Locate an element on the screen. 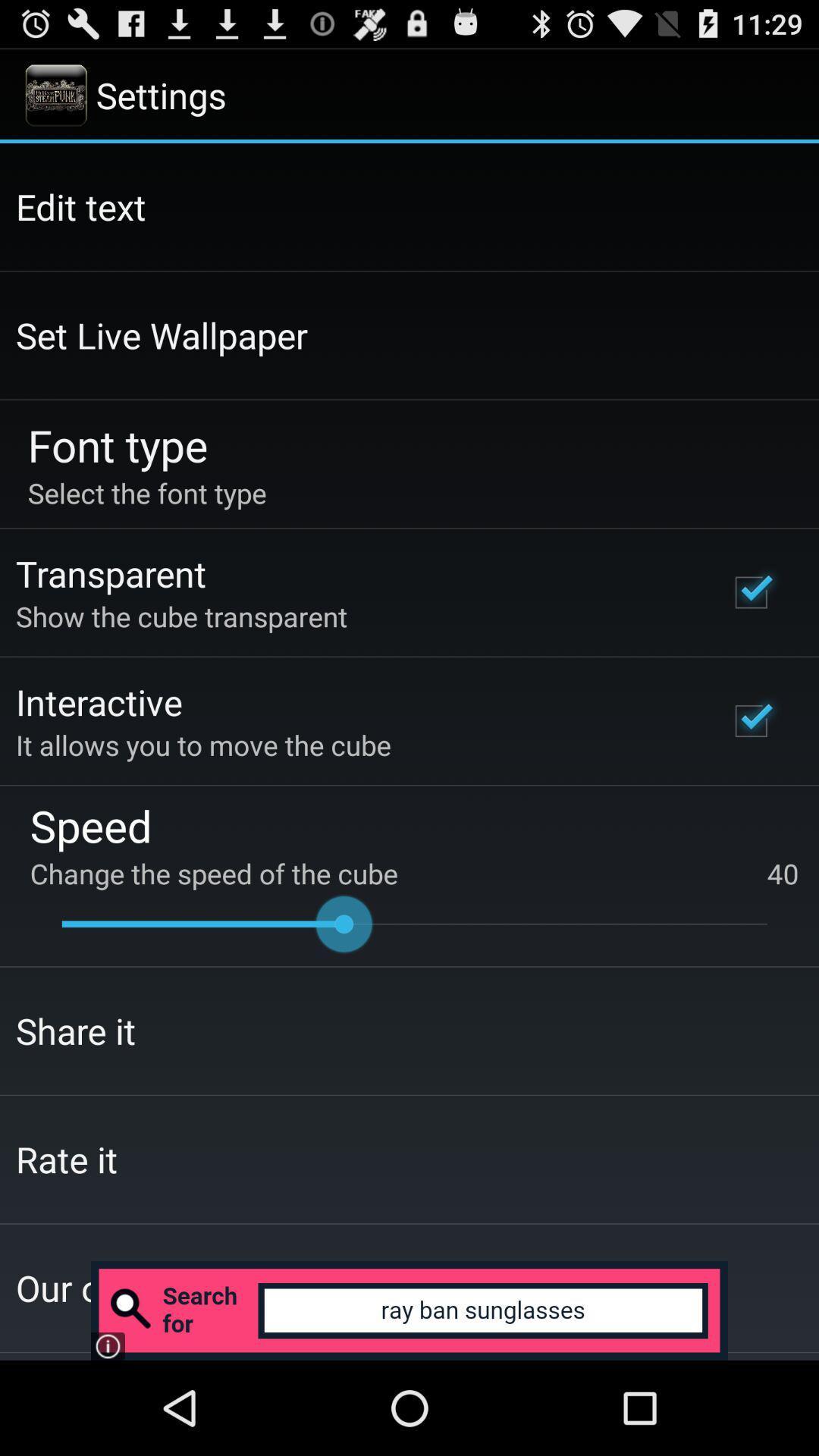 The width and height of the screenshot is (819, 1456). the icon below interactive app is located at coordinates (202, 745).